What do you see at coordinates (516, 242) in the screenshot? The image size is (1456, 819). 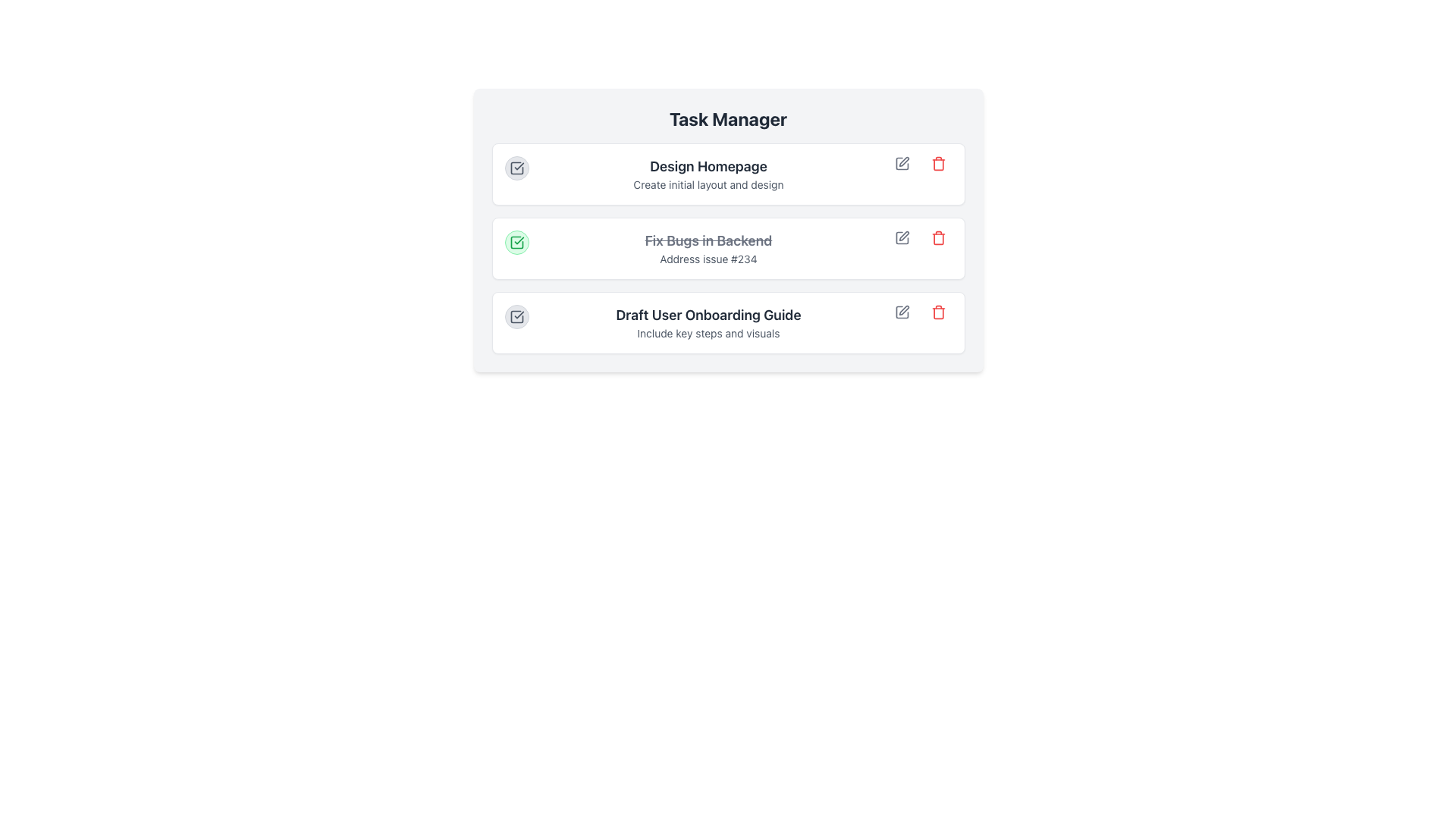 I see `the completed status icon located in the middle item of a vertical task list` at bounding box center [516, 242].